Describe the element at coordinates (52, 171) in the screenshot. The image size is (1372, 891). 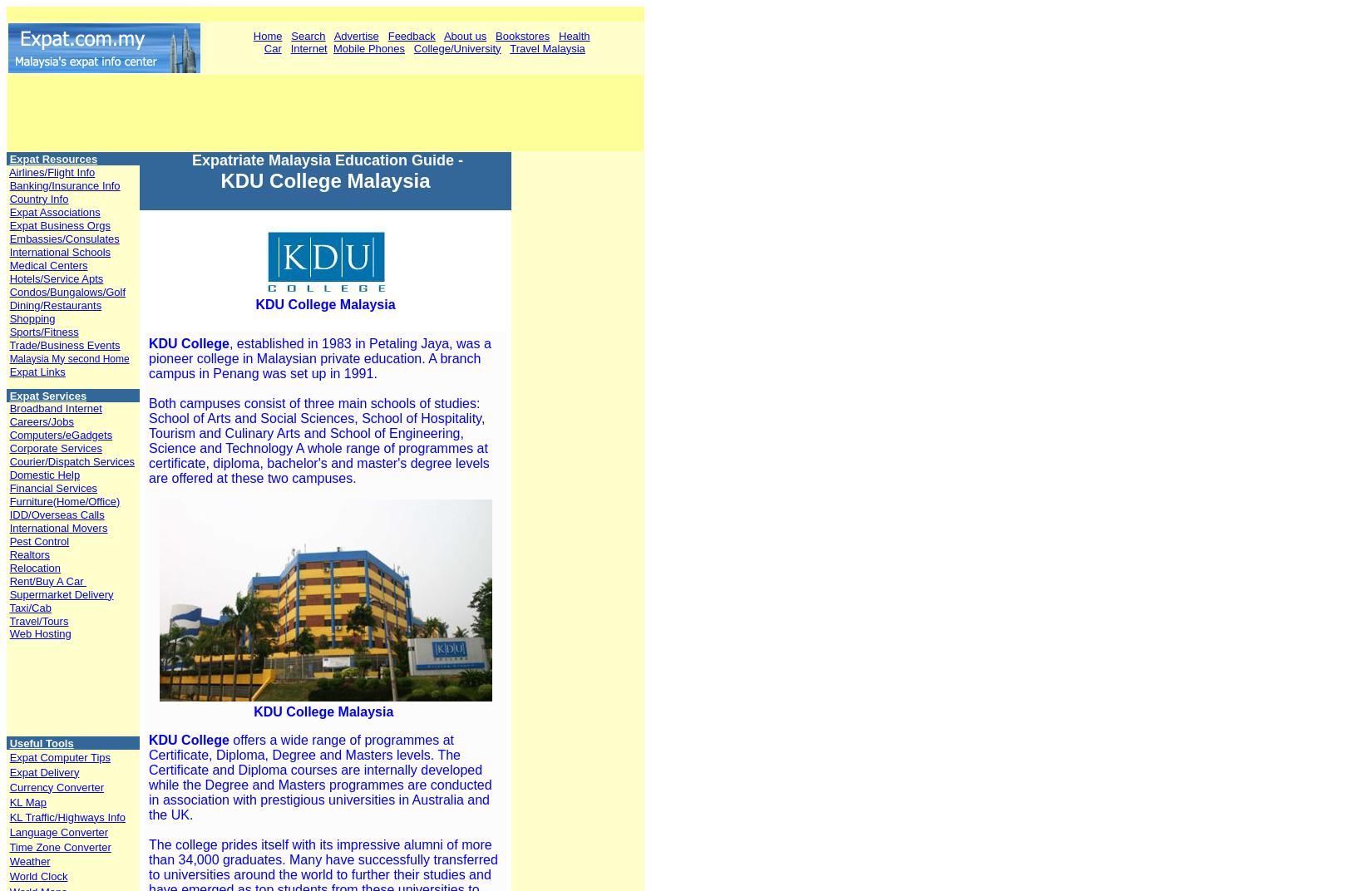
I see `'Airlines/Flight Info'` at that location.